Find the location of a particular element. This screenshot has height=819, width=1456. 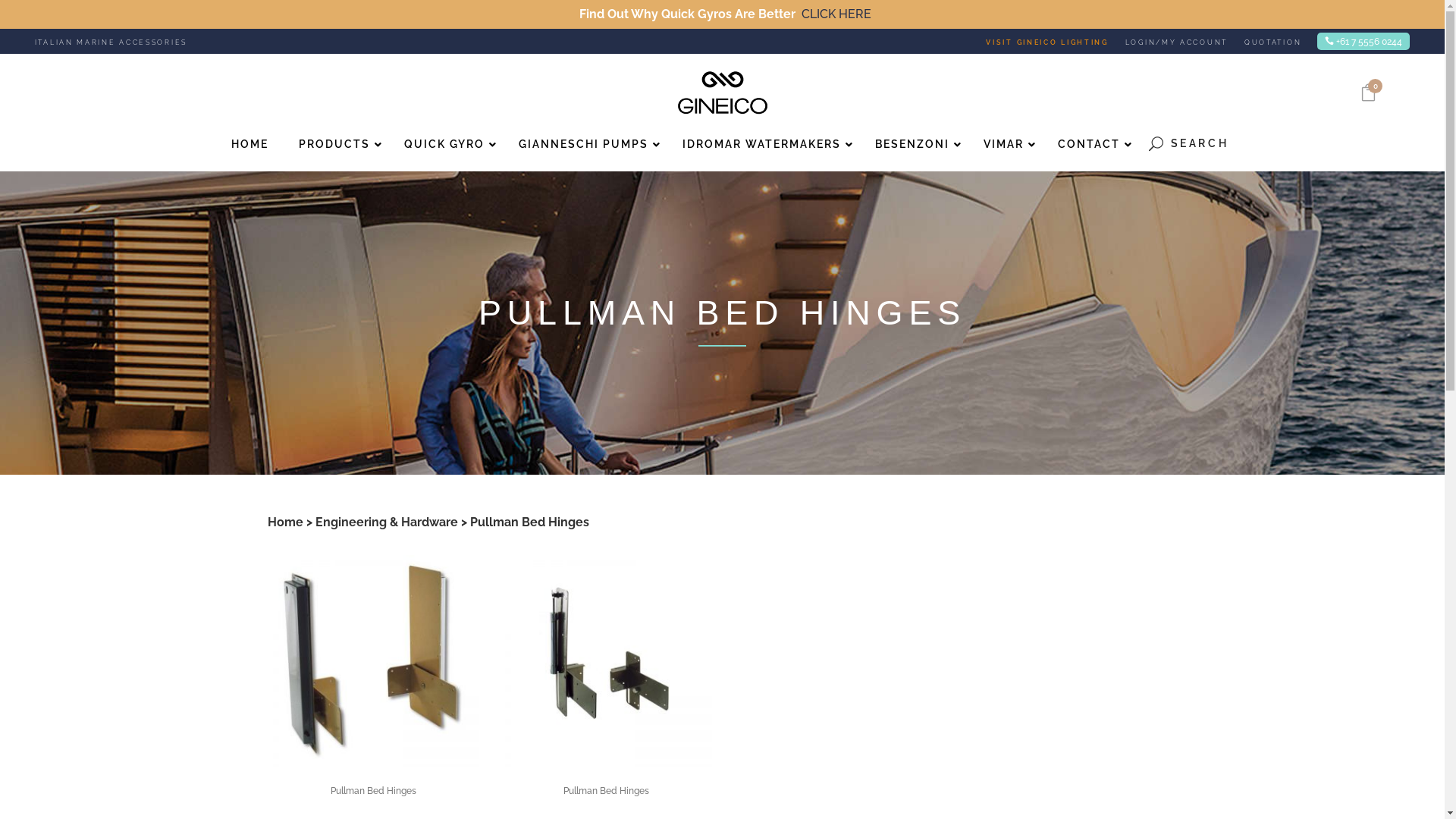

'0' is located at coordinates (1368, 93).